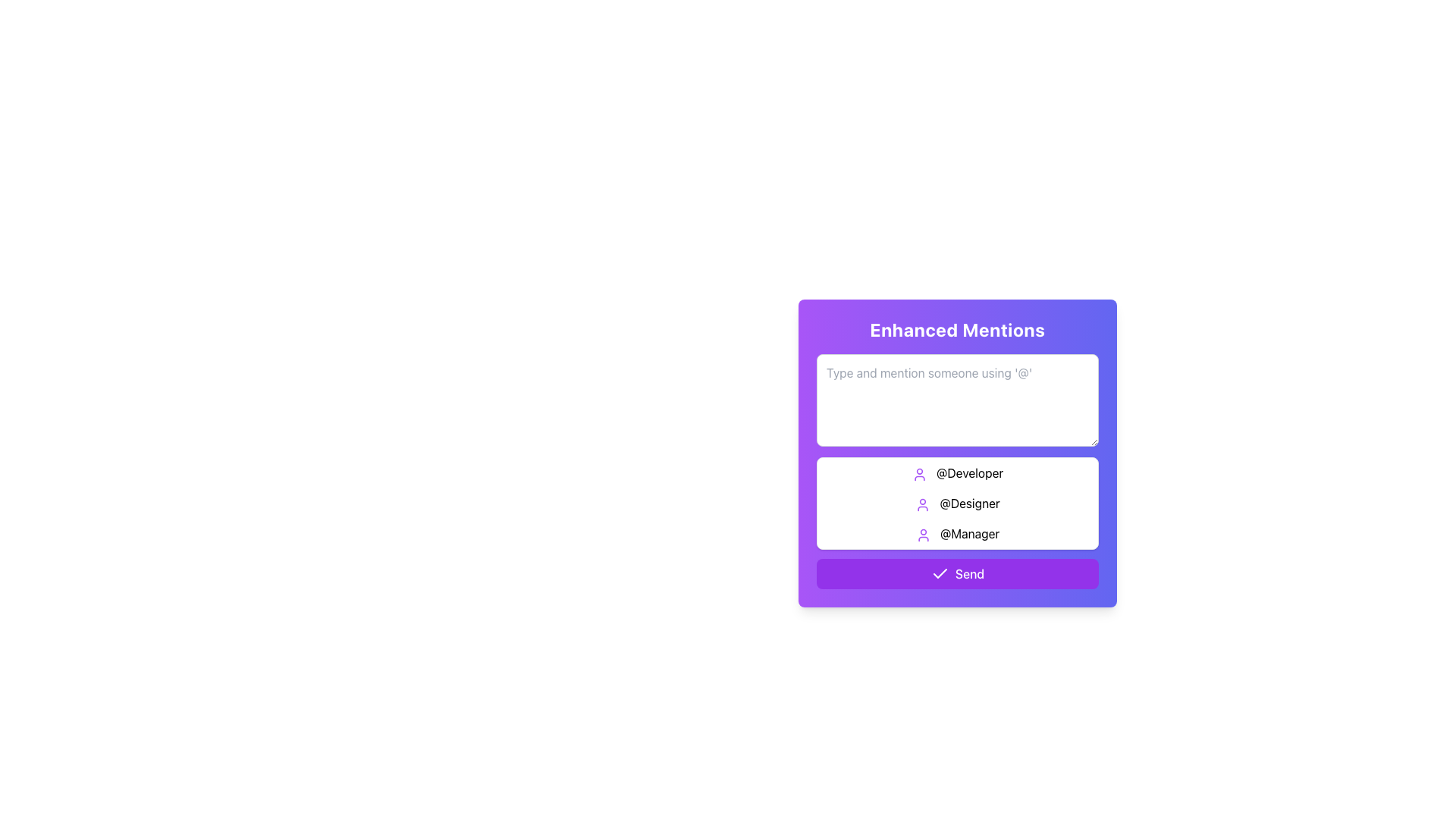 The image size is (1456, 819). Describe the element at coordinates (956, 472) in the screenshot. I see `the selectable list item labeled '@Developer' which is the first item in the 'Enhanced Mentions' popup` at that location.